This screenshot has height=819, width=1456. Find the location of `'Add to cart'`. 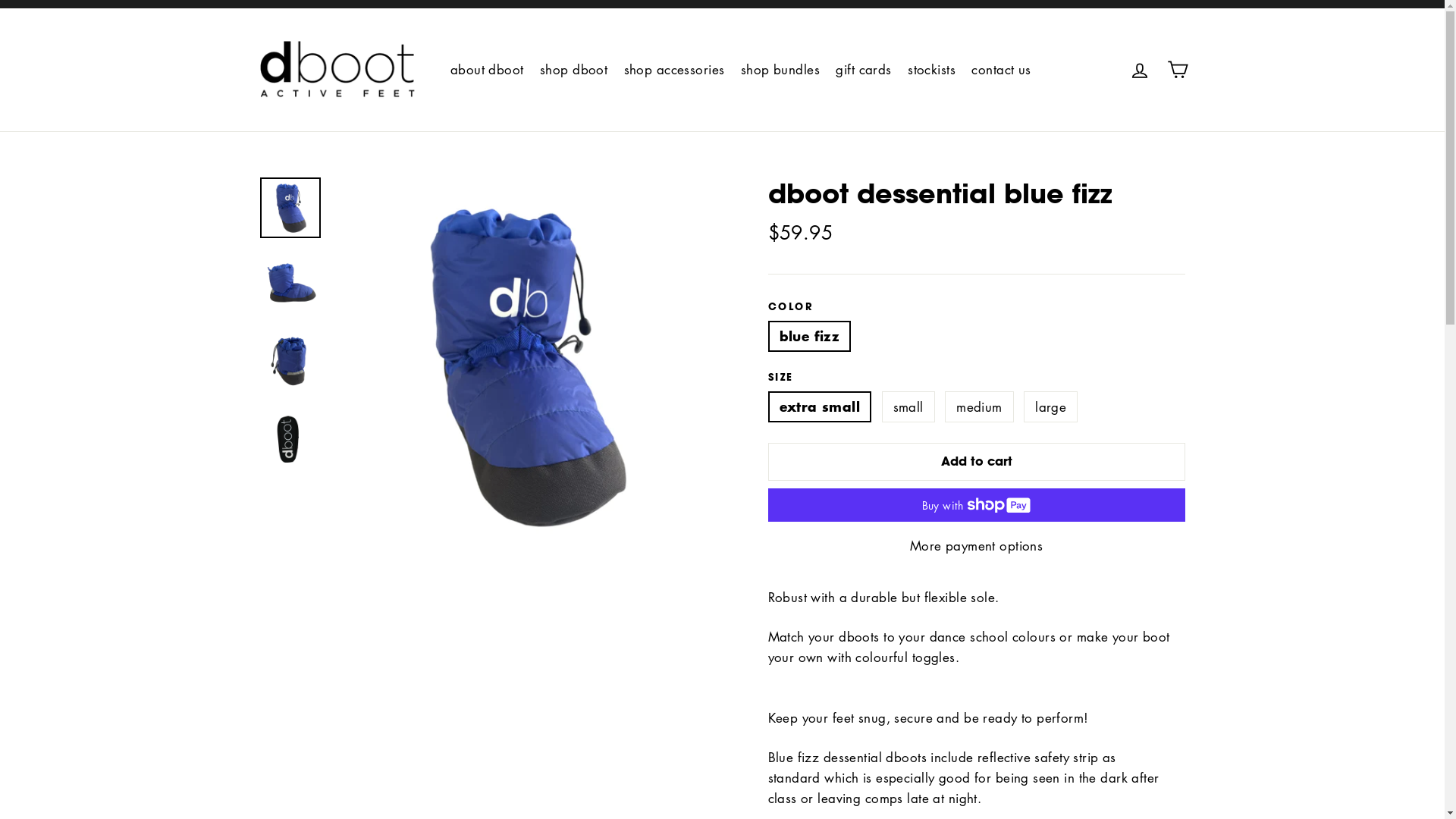

'Add to cart' is located at coordinates (975, 461).